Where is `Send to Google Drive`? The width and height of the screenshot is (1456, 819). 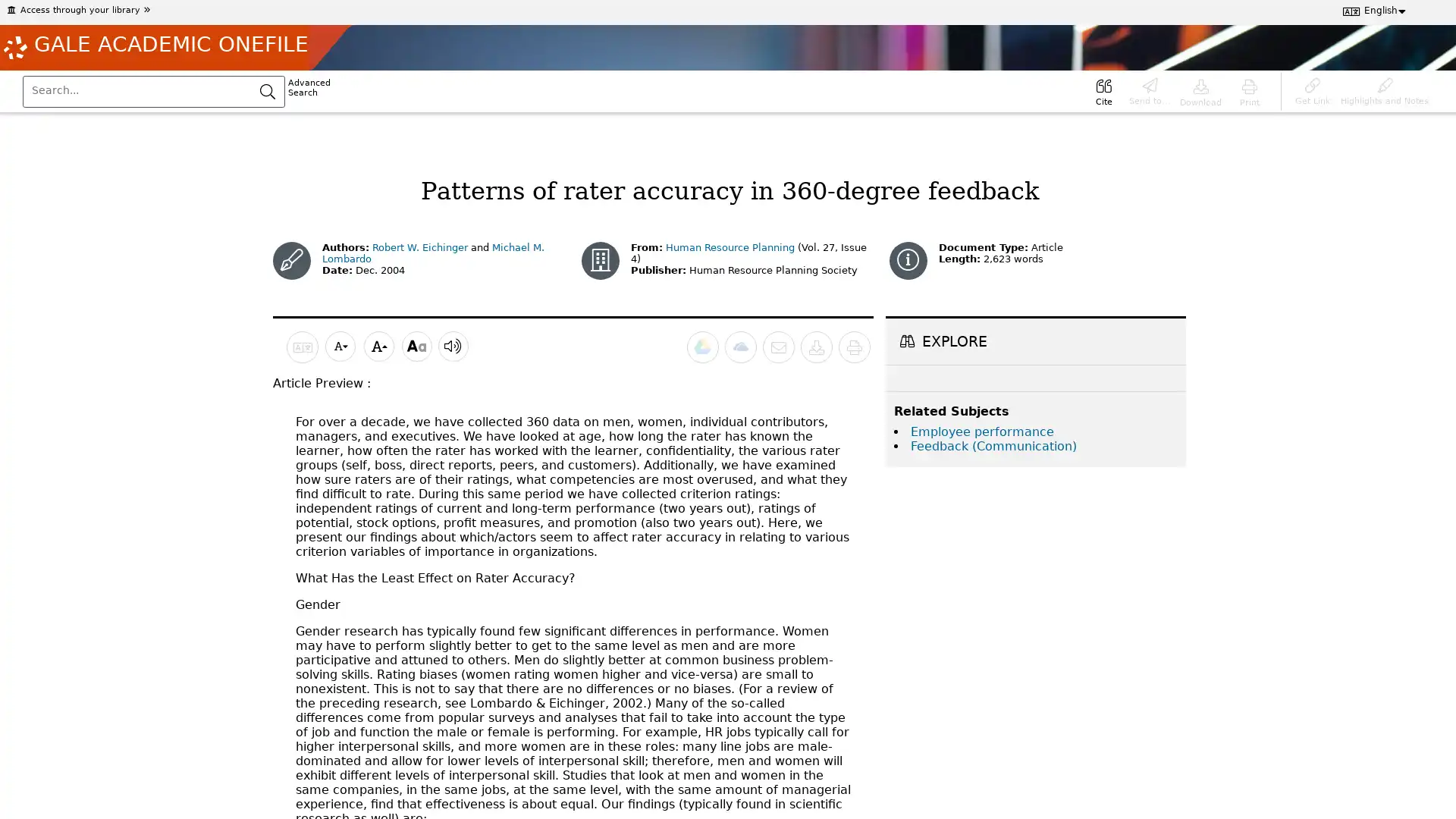 Send to Google Drive is located at coordinates (701, 347).